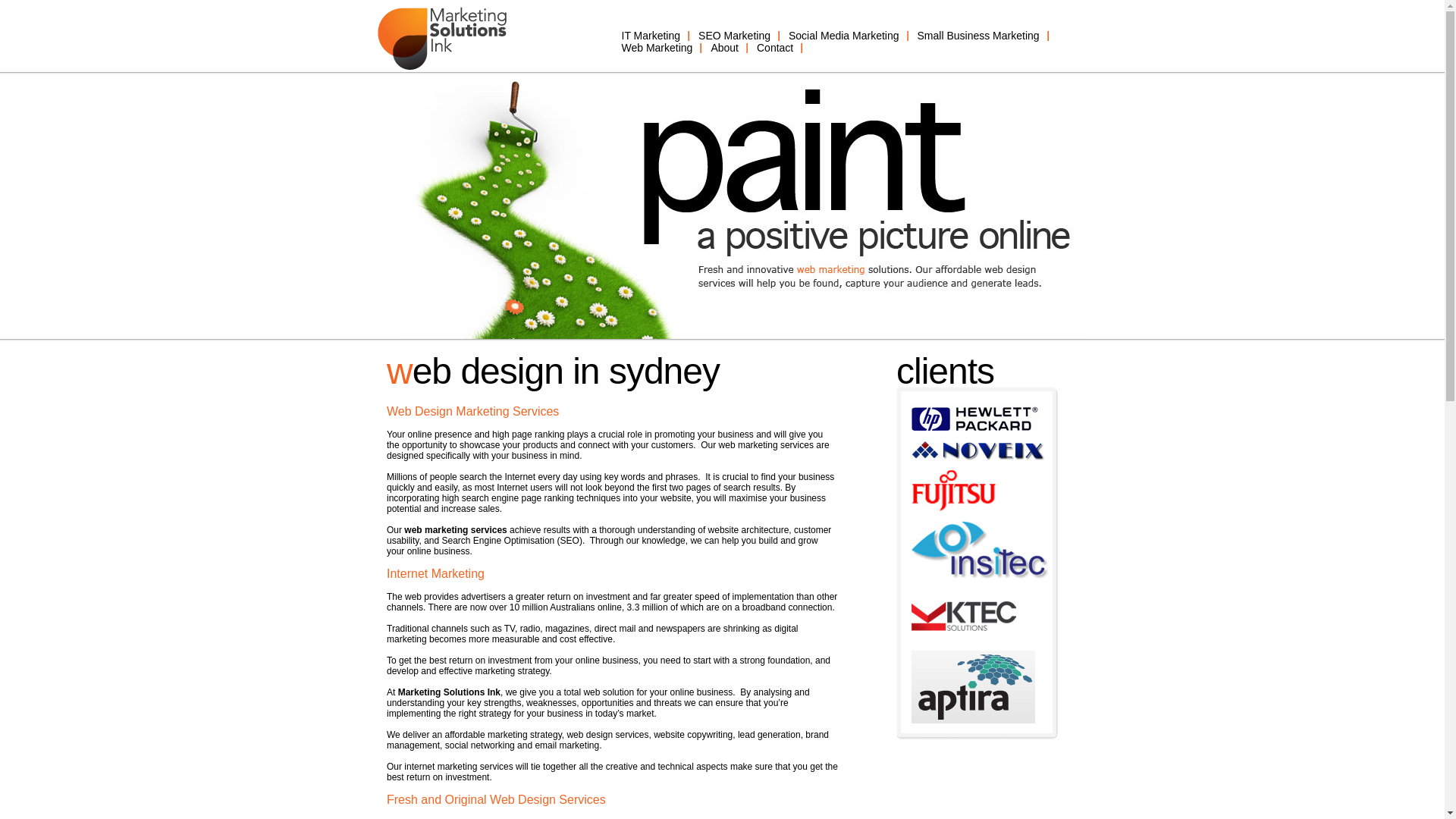 Image resolution: width=1456 pixels, height=819 pixels. I want to click on 'Small Business Marketing', so click(978, 34).